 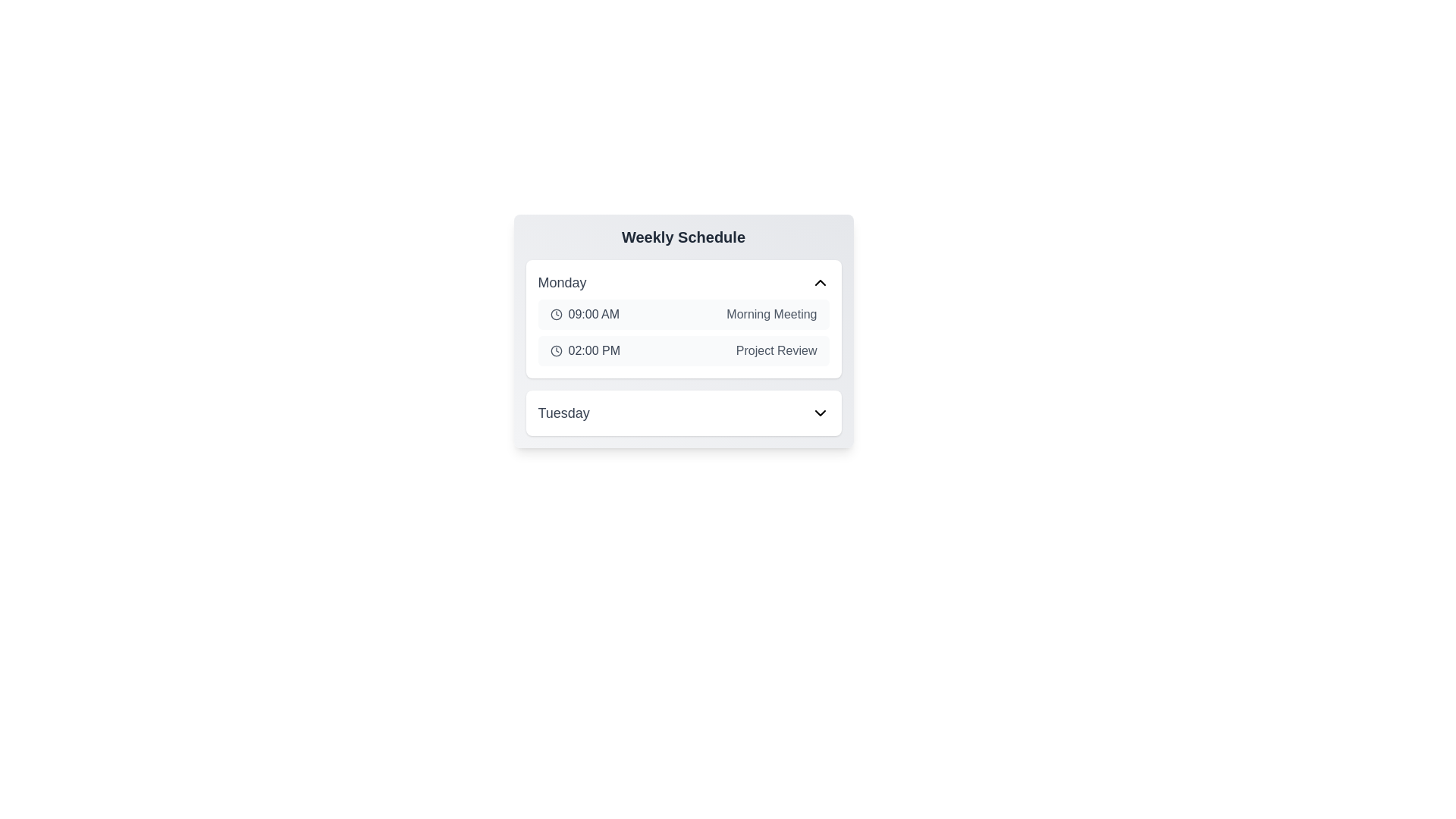 What do you see at coordinates (777, 350) in the screenshot?
I see `the label describing the schedule event occurring at 02:00 PM on Monday, located to the right of the timestamp within the same row under the 'Monday' section of the 'Weekly Schedule' card` at bounding box center [777, 350].